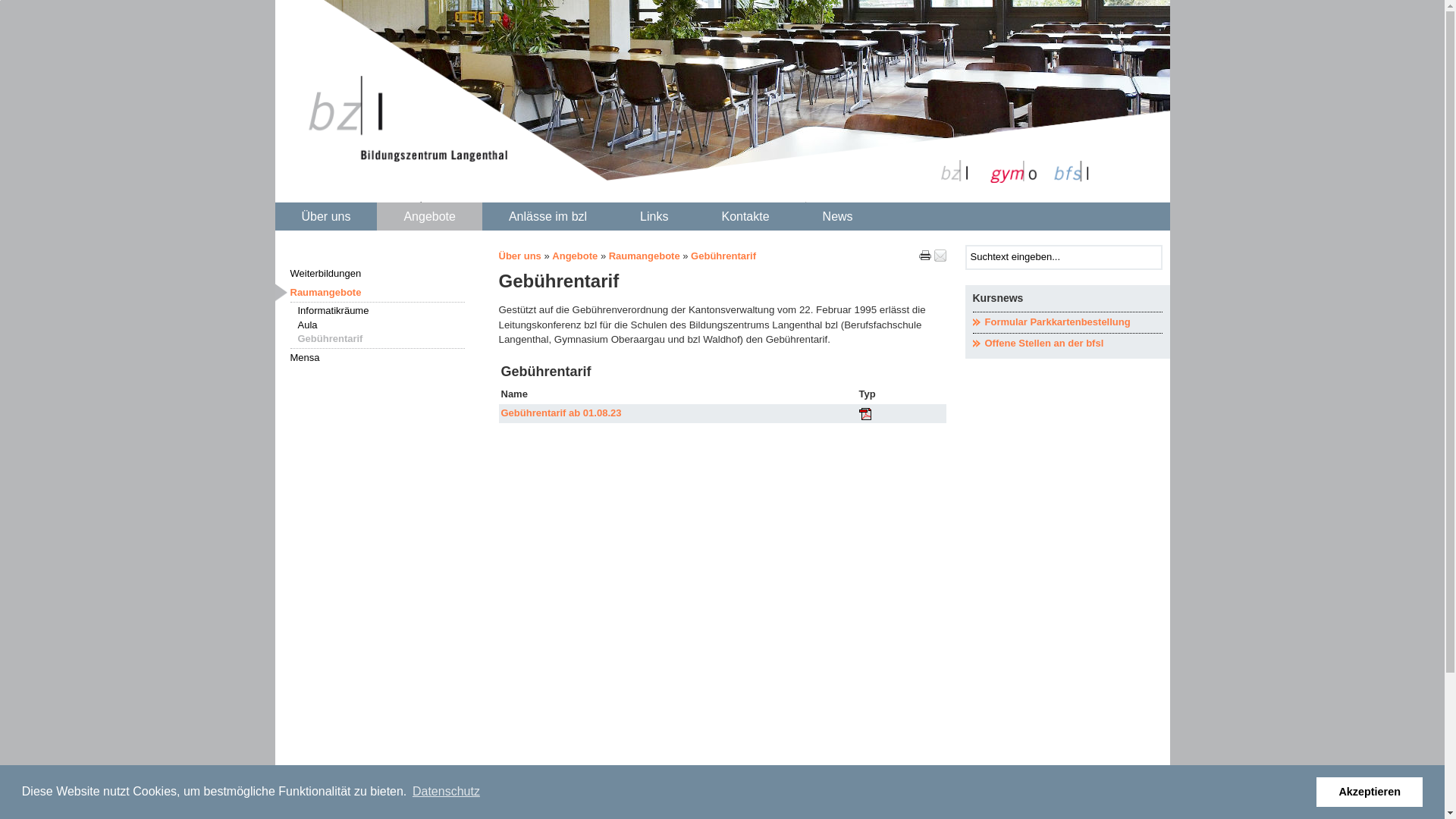  Describe the element at coordinates (745, 217) in the screenshot. I see `'Kontakte'` at that location.